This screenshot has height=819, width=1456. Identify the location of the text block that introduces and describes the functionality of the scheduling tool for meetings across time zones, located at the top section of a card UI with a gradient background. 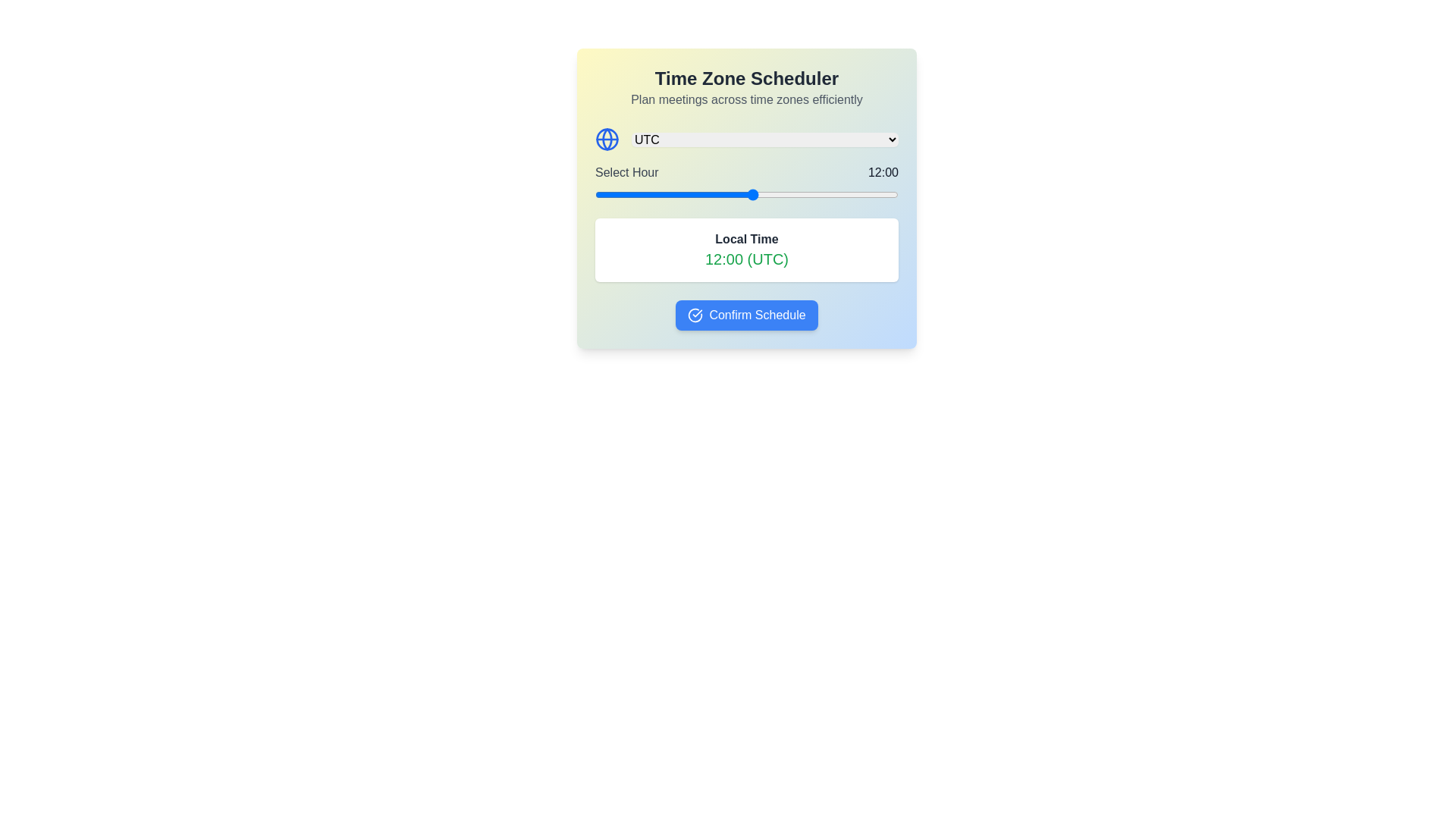
(746, 87).